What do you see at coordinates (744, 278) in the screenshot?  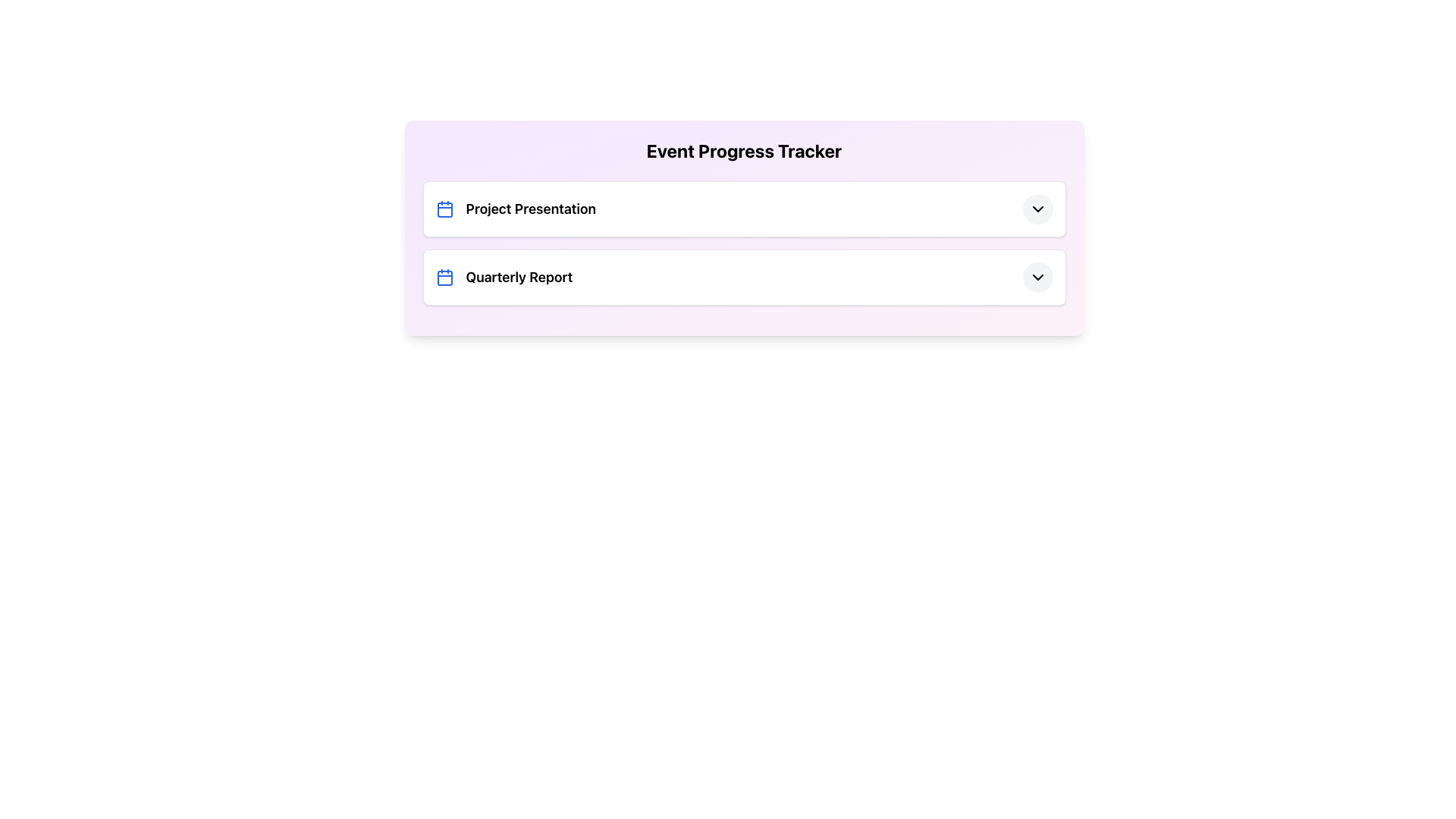 I see `the dropdown arrow on the 'Quarterly Report' list item` at bounding box center [744, 278].